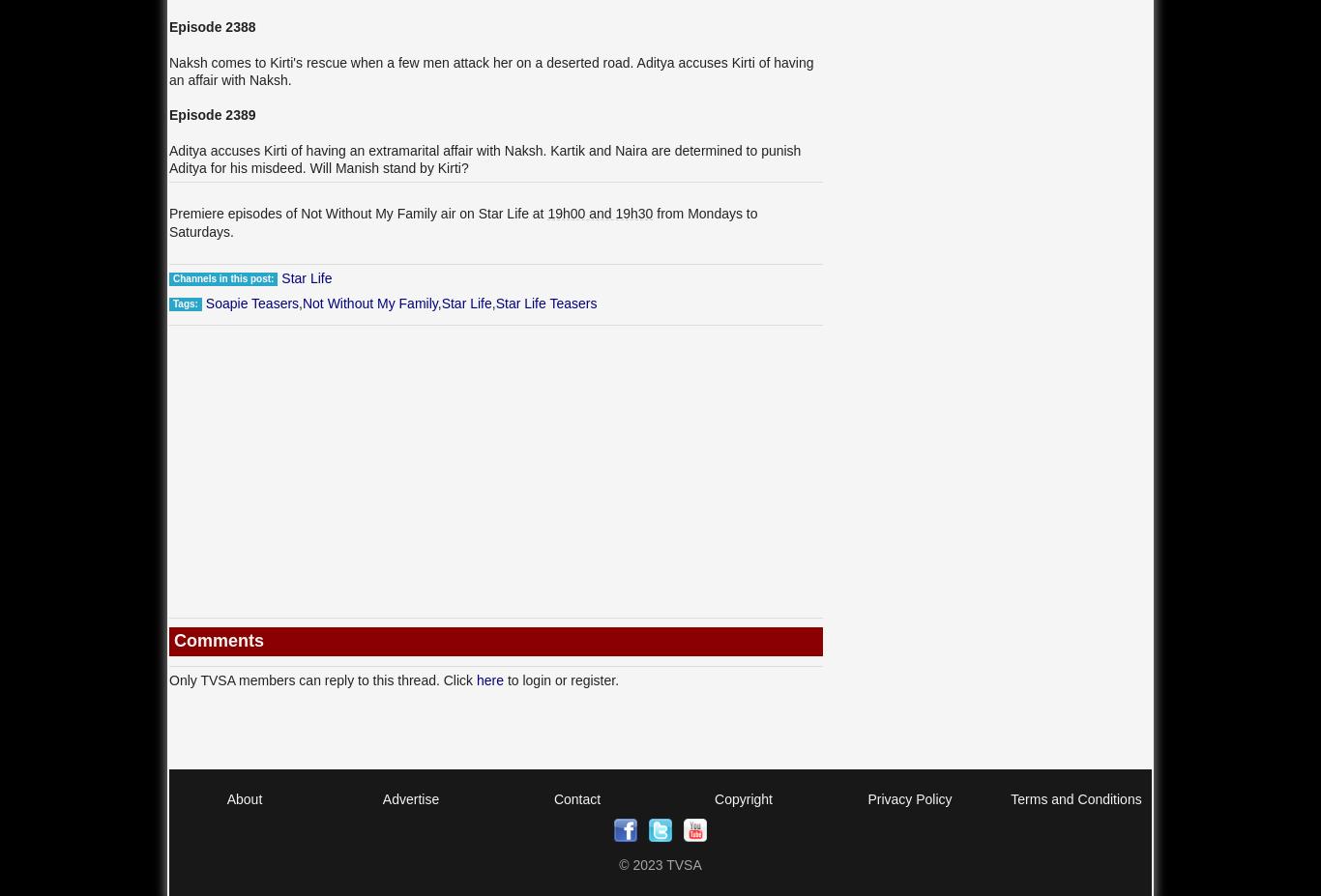 The height and width of the screenshot is (896, 1321). Describe the element at coordinates (909, 798) in the screenshot. I see `'Privacy Policy'` at that location.